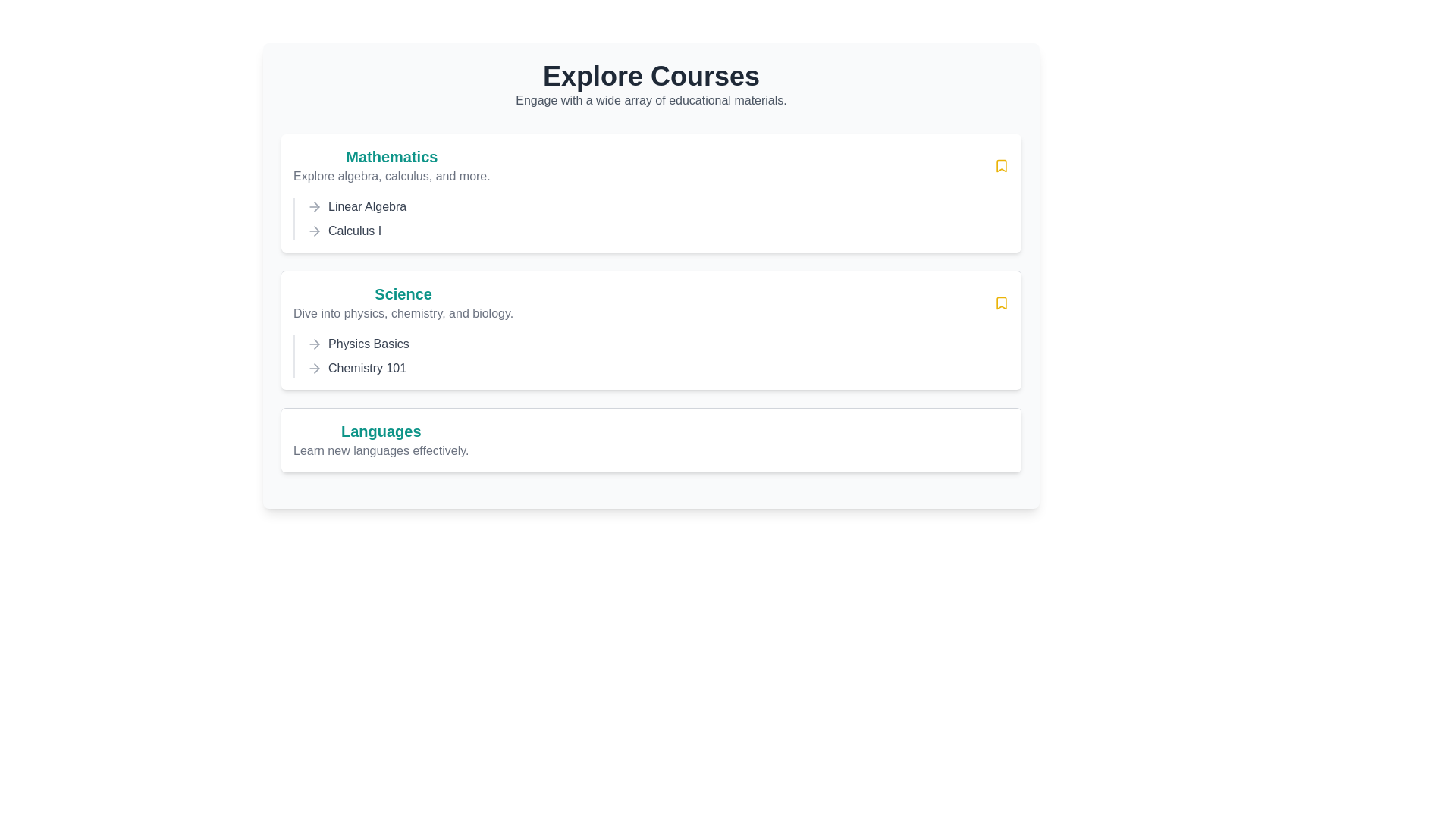 Image resolution: width=1456 pixels, height=819 pixels. I want to click on the bookmark icon located on the right side of the first course section labeled 'Mathematics', so click(1001, 166).